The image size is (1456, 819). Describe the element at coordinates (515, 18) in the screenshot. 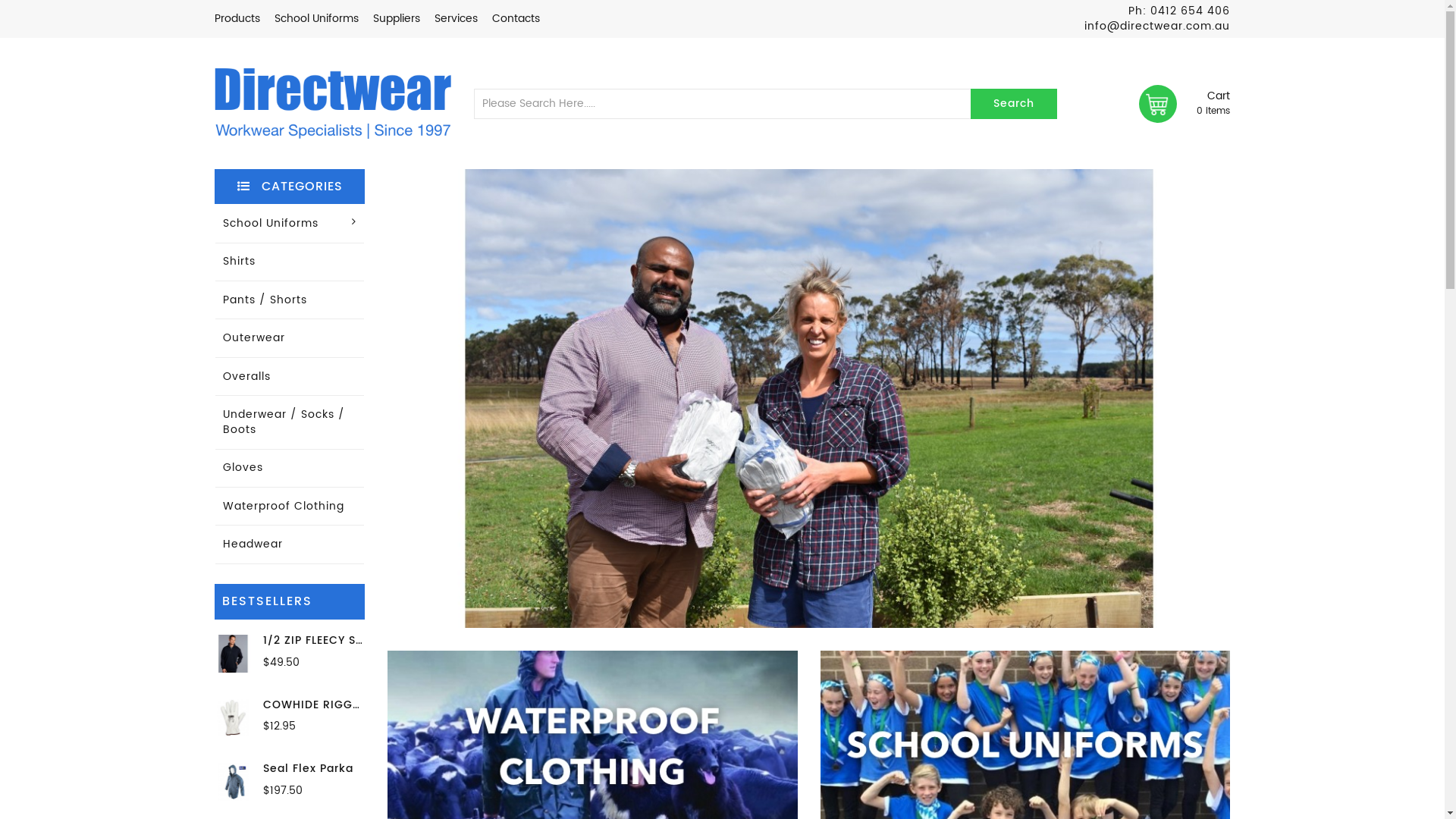

I see `'Contacts'` at that location.